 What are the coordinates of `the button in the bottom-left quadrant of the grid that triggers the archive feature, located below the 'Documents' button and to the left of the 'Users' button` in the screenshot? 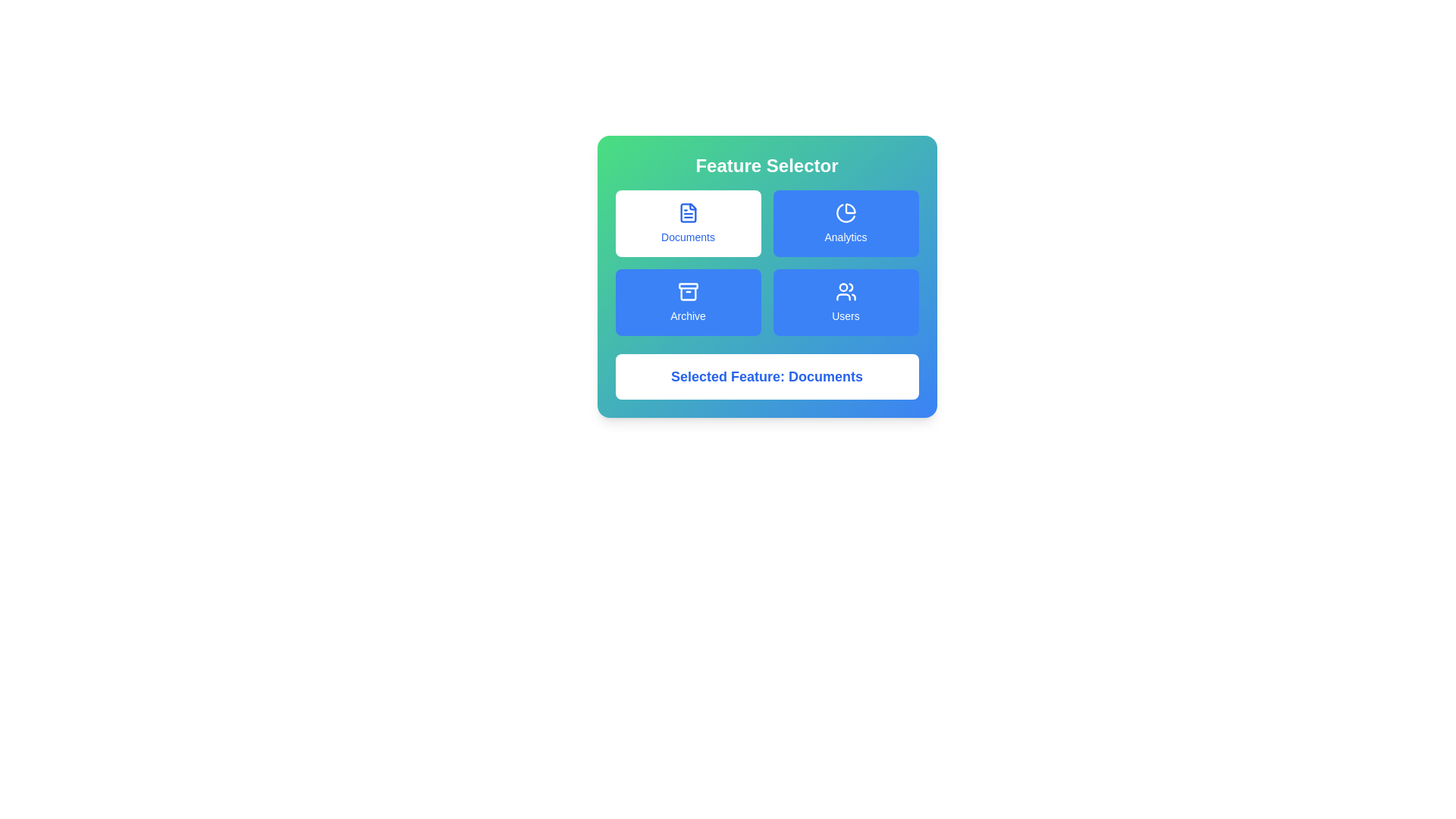 It's located at (687, 302).